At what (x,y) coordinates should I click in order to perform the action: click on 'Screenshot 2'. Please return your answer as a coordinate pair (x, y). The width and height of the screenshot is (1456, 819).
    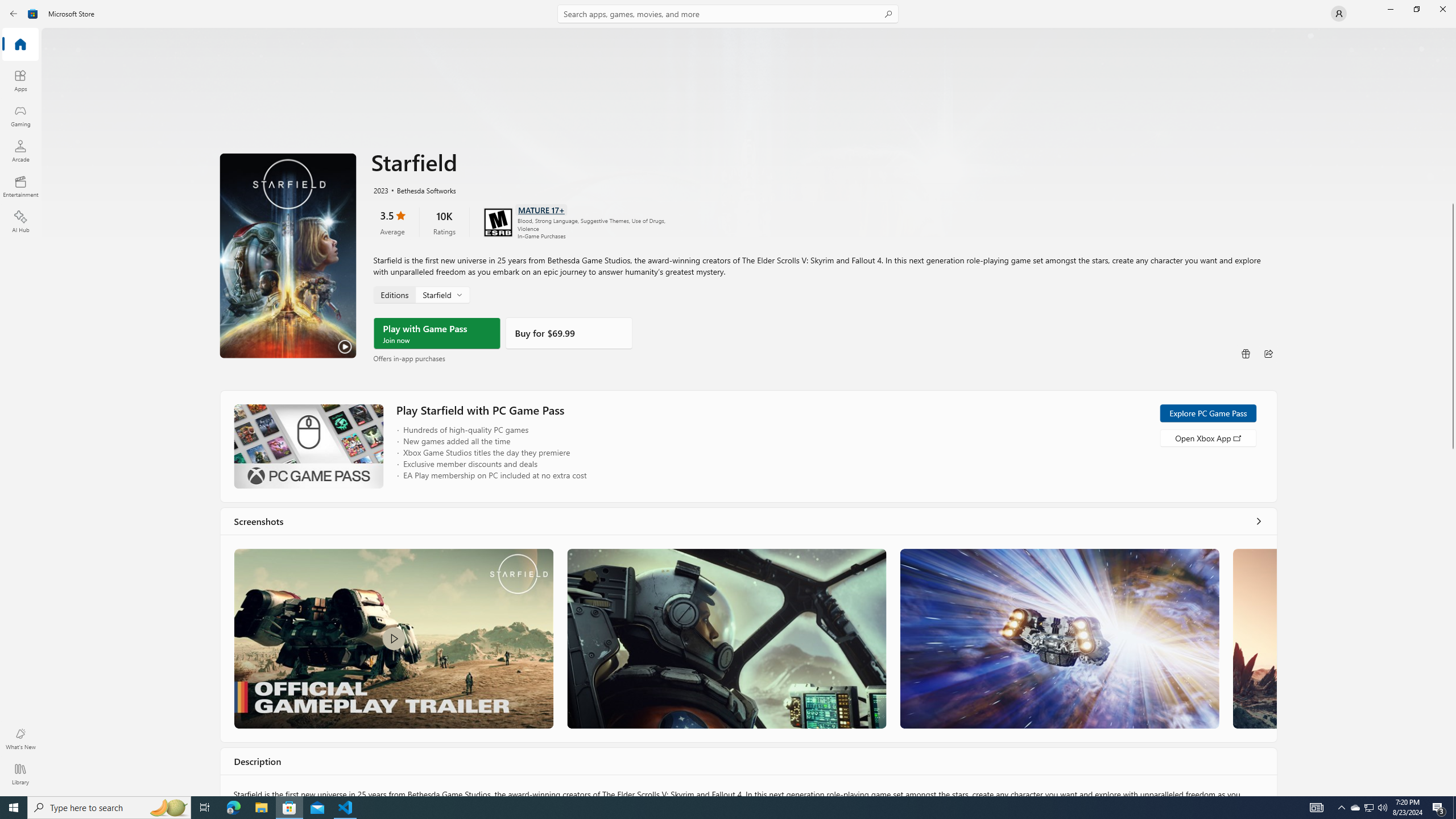
    Looking at the image, I should click on (725, 638).